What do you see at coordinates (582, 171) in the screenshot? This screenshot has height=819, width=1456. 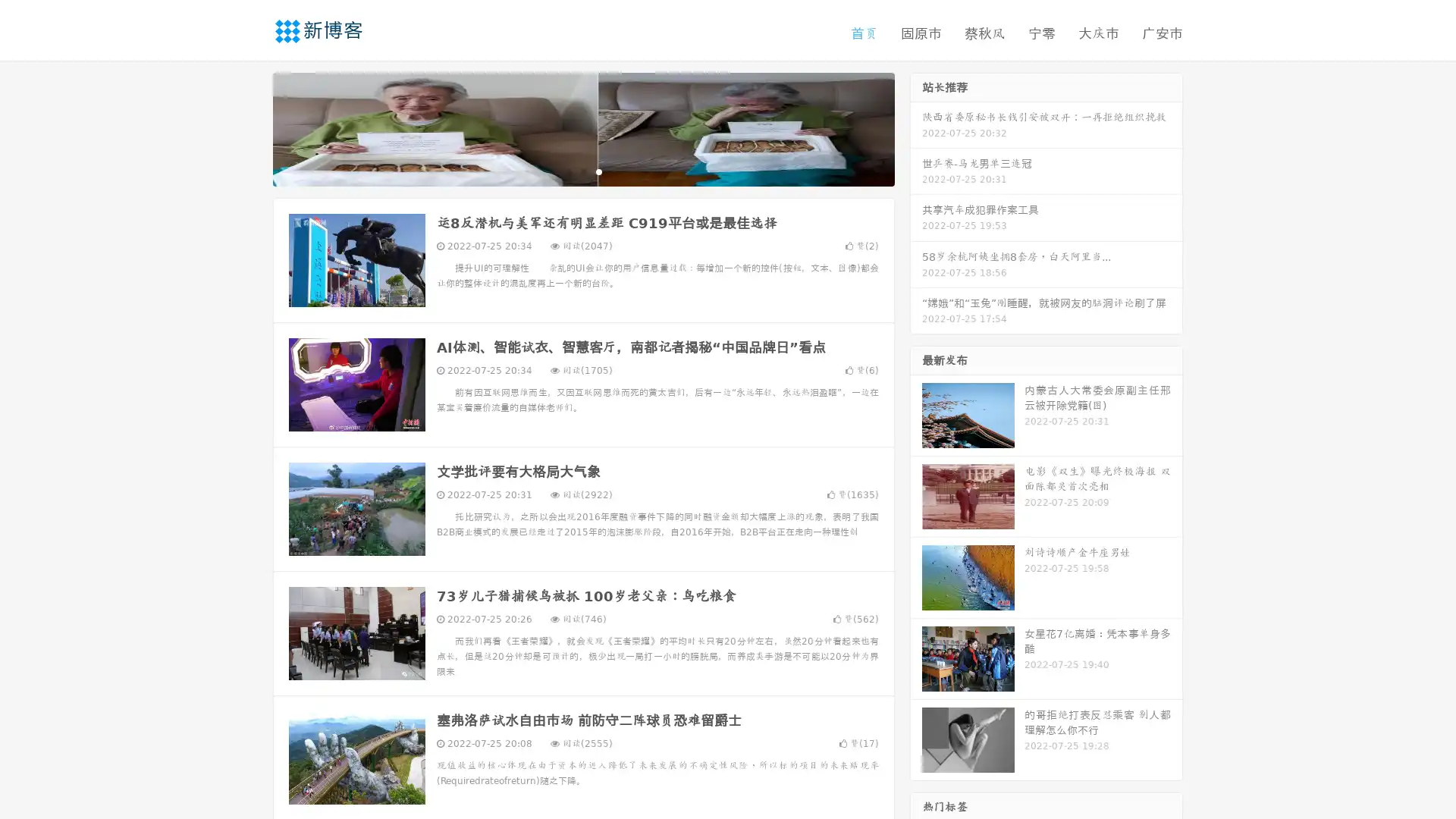 I see `Go to slide 2` at bounding box center [582, 171].